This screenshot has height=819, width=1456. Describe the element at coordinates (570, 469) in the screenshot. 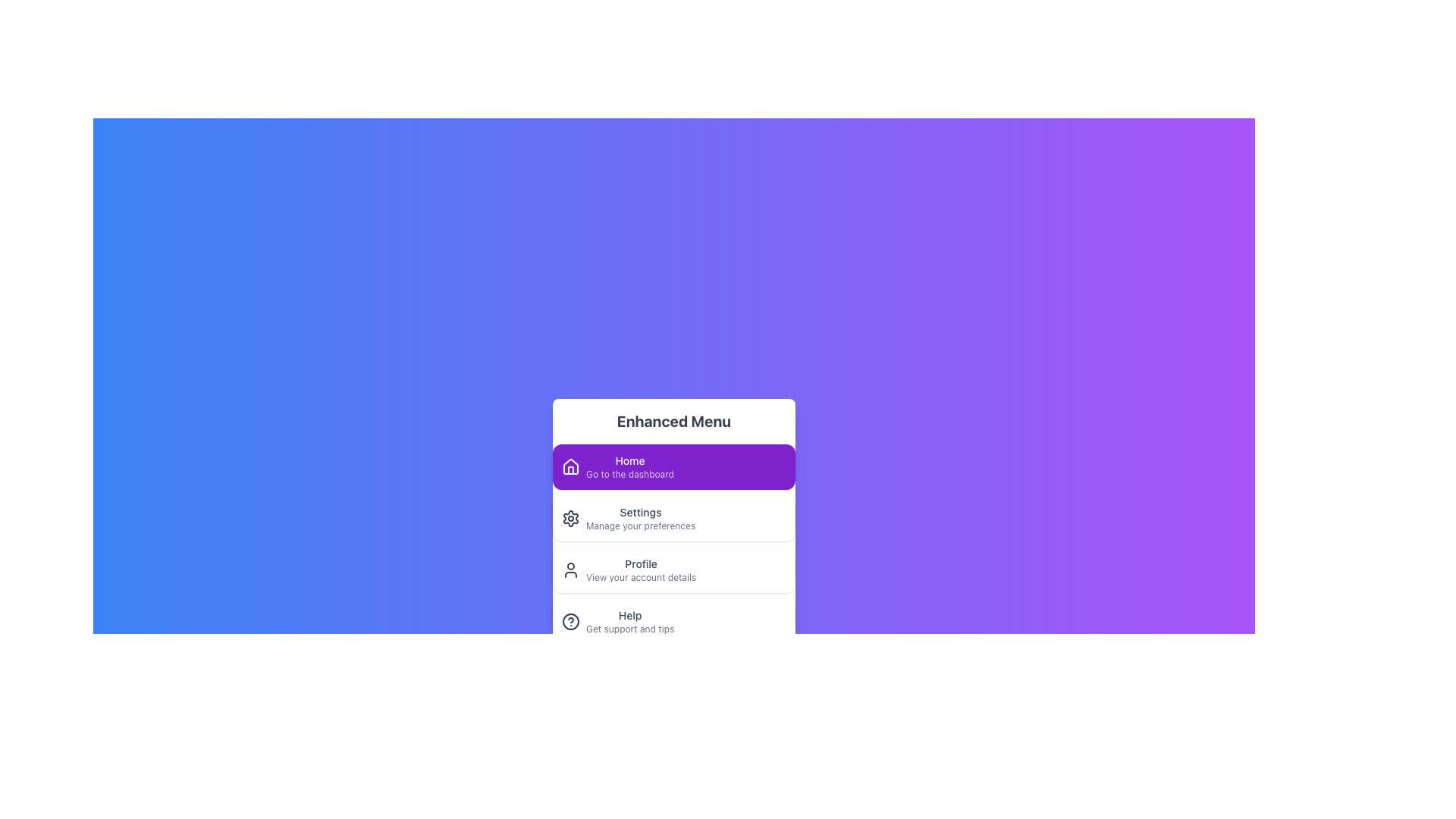

I see `the vertical line of the house icon located in the 'Home' button area, which acts as a central support structure of the design` at that location.